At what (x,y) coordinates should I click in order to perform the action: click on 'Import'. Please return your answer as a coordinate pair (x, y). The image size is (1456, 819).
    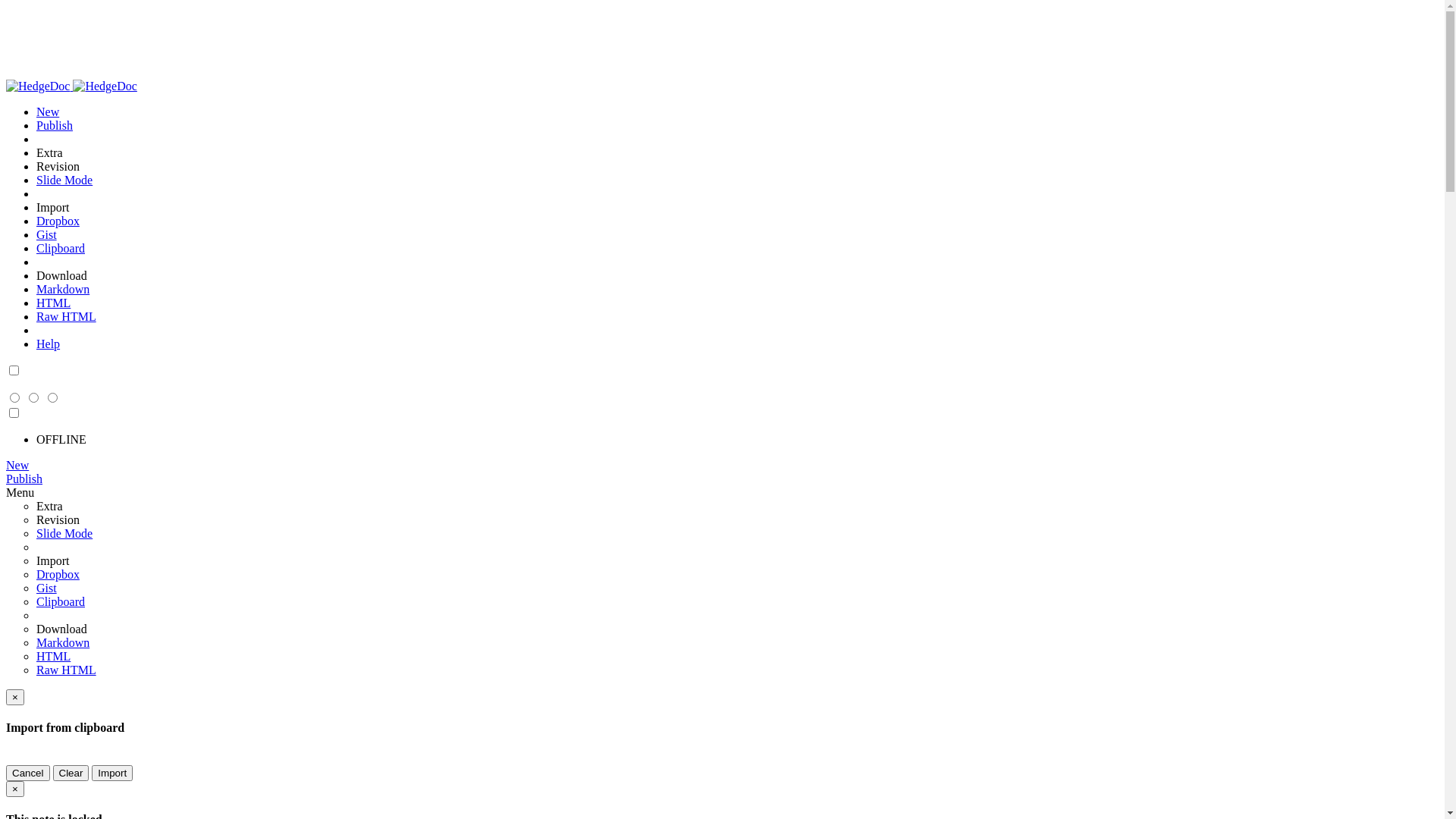
    Looking at the image, I should click on (111, 773).